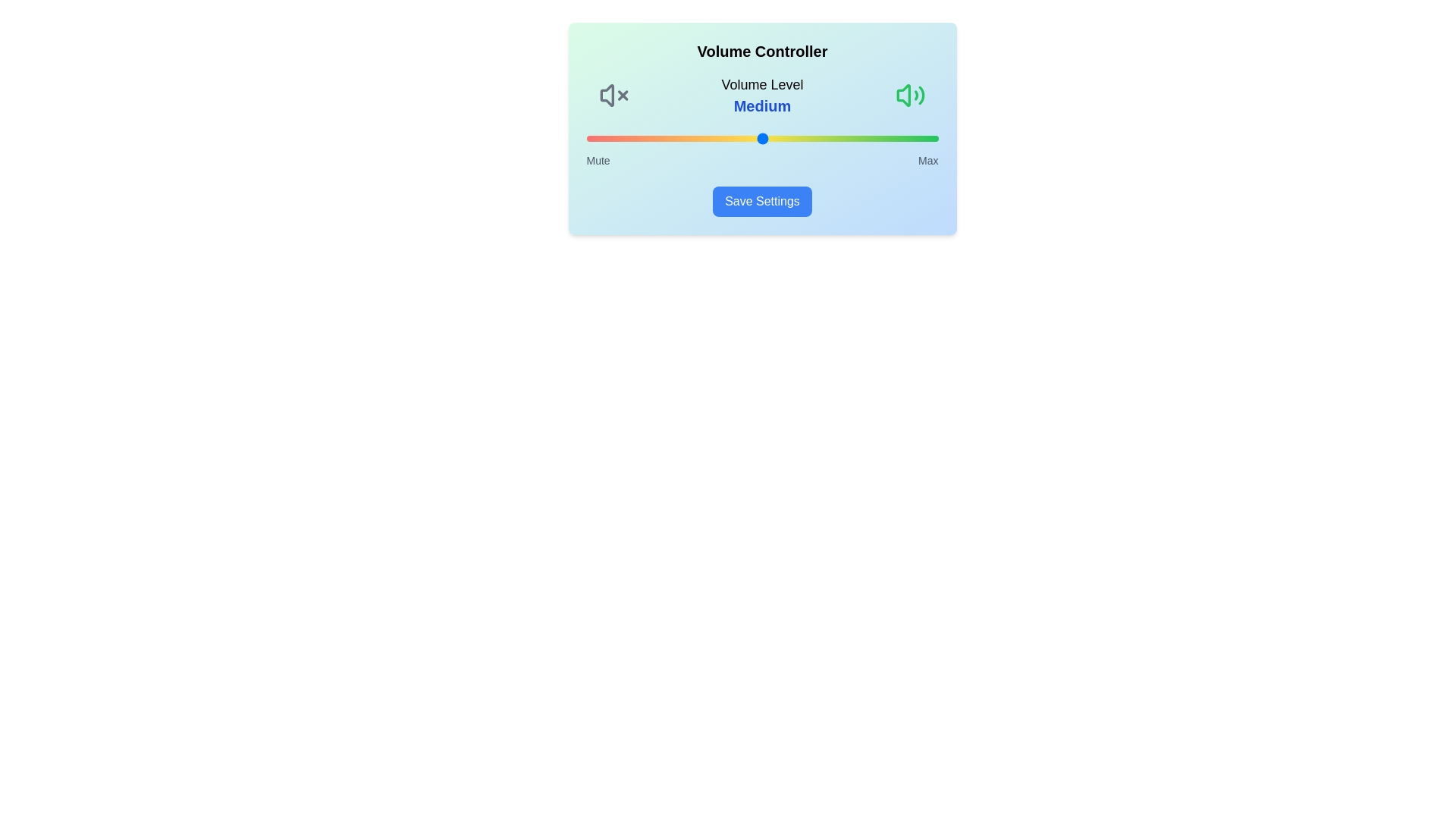  What do you see at coordinates (910, 96) in the screenshot?
I see `the max icon to toggle its functionality` at bounding box center [910, 96].